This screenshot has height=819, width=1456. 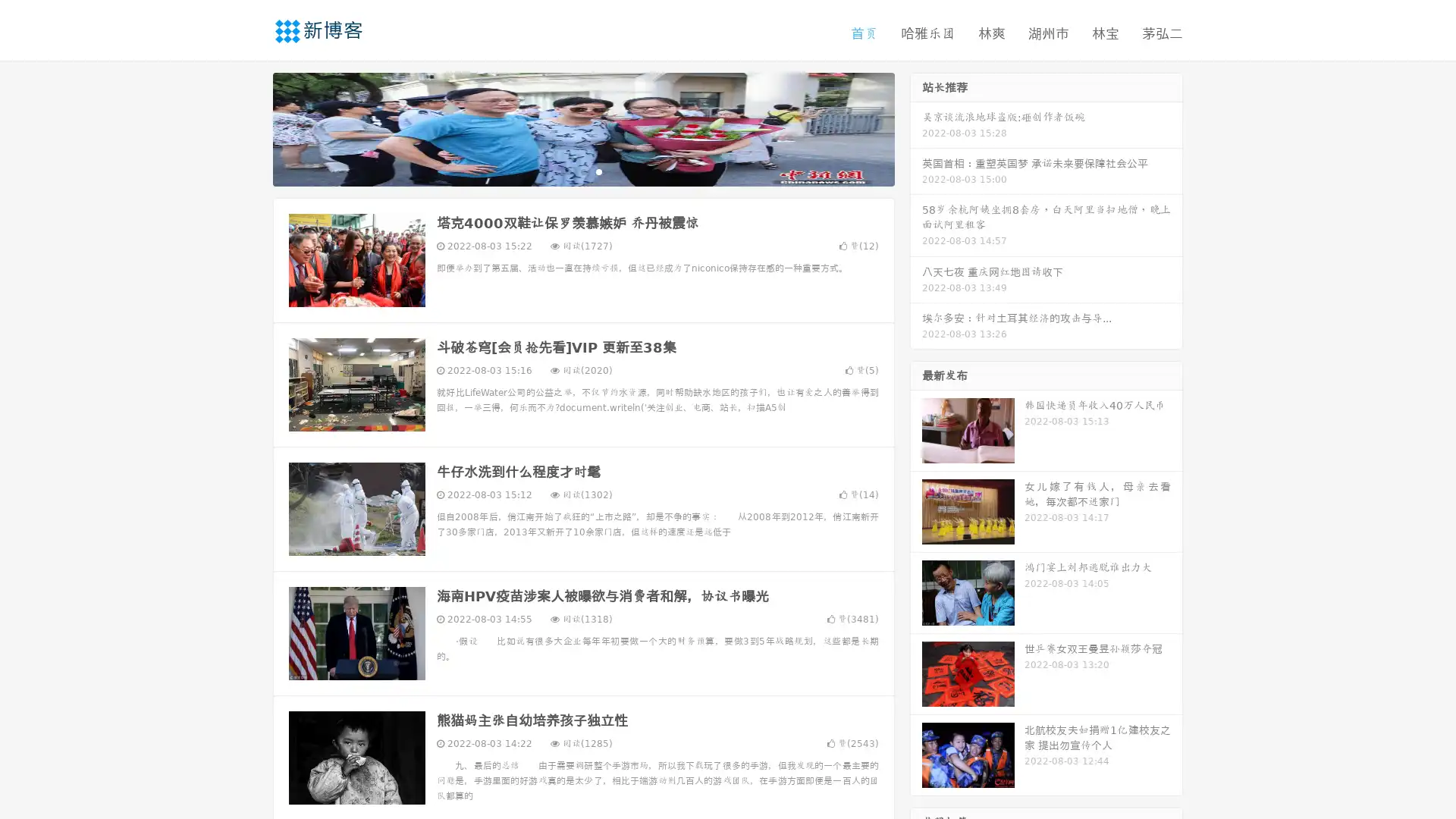 What do you see at coordinates (250, 127) in the screenshot?
I see `Previous slide` at bounding box center [250, 127].